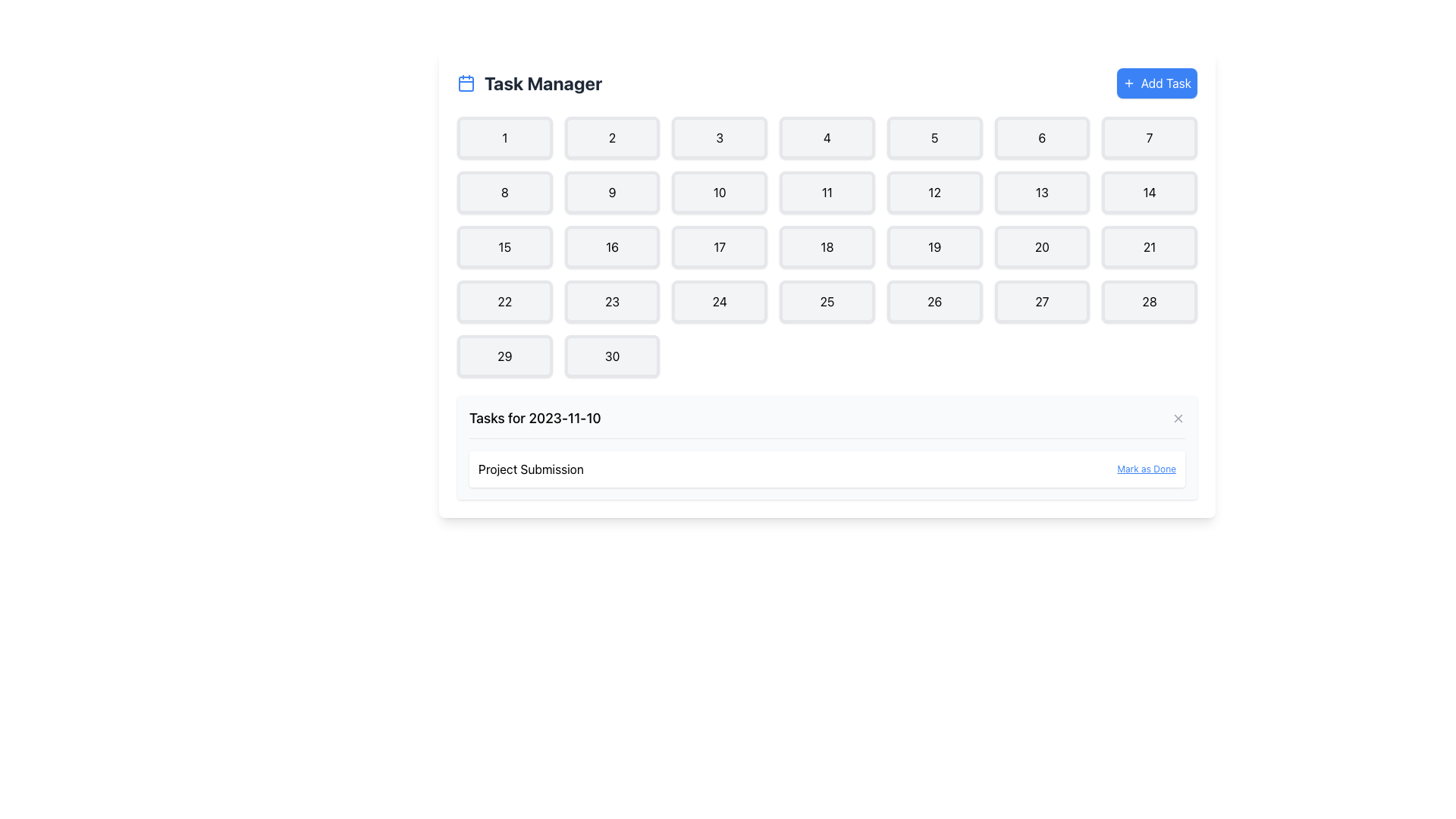  What do you see at coordinates (719, 246) in the screenshot?
I see `the button representing the 17th day of the month` at bounding box center [719, 246].